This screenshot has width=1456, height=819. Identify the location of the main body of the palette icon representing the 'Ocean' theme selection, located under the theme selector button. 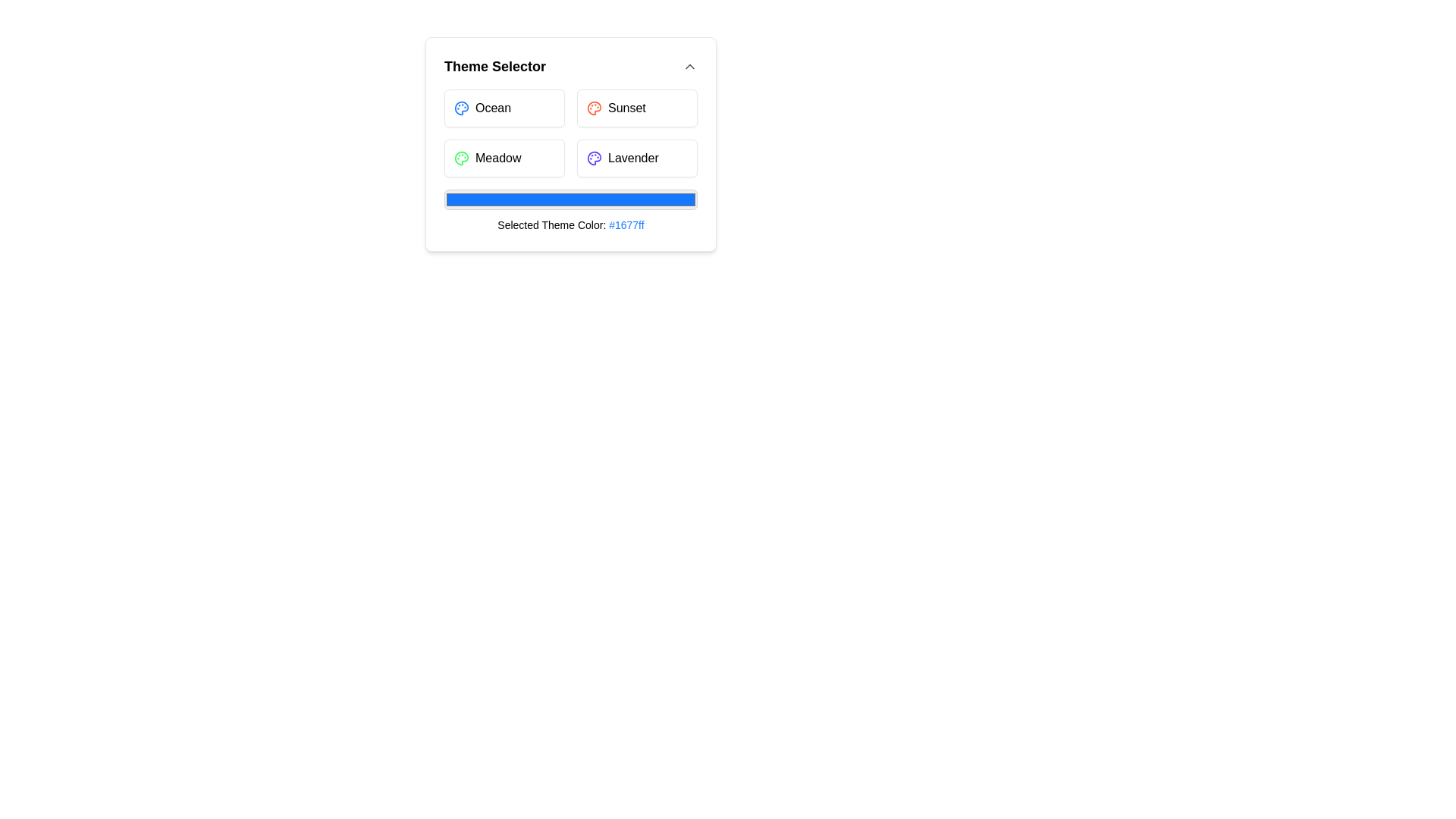
(461, 107).